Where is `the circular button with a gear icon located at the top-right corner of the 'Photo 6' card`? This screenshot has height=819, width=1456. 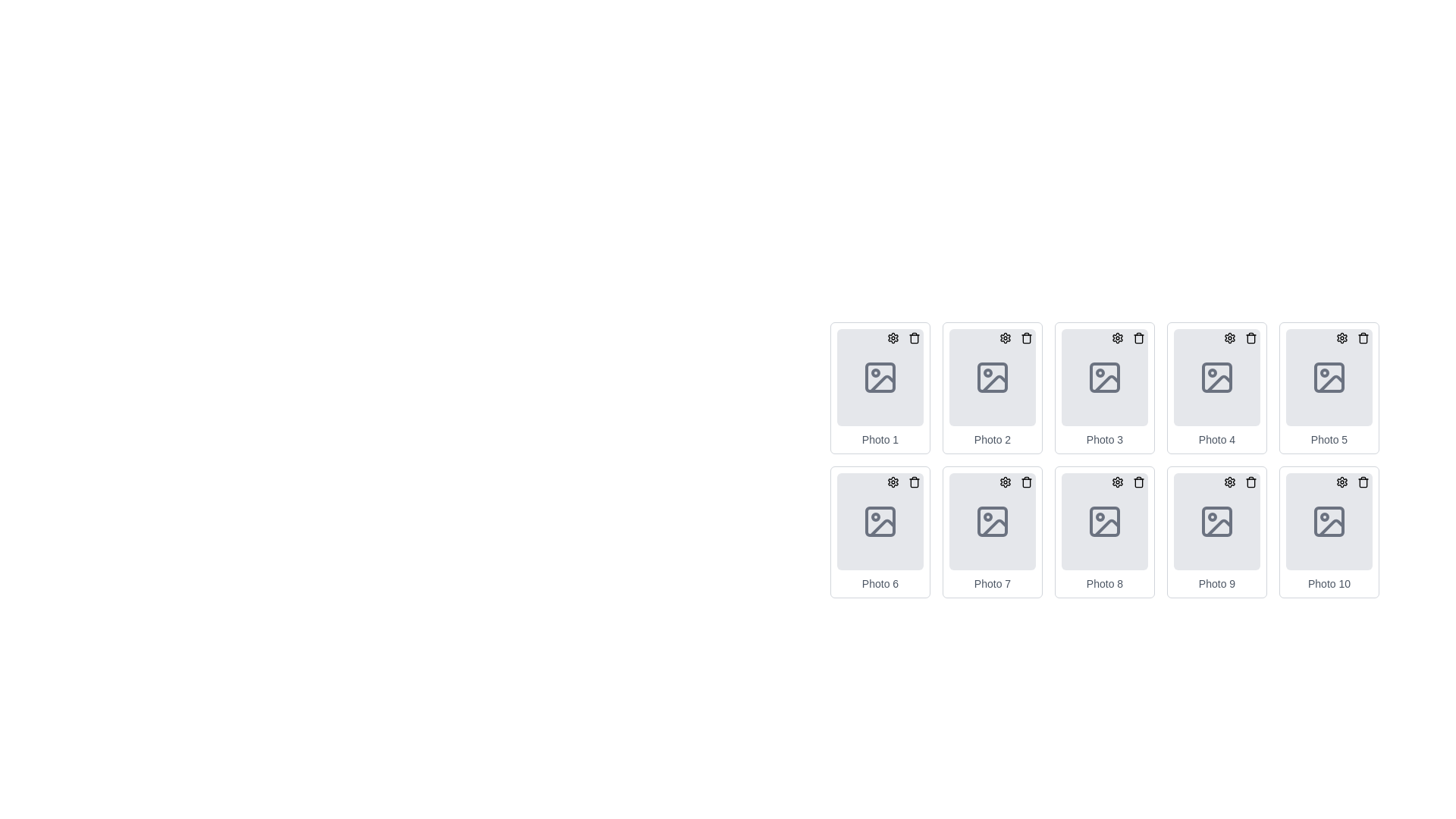
the circular button with a gear icon located at the top-right corner of the 'Photo 6' card is located at coordinates (893, 482).